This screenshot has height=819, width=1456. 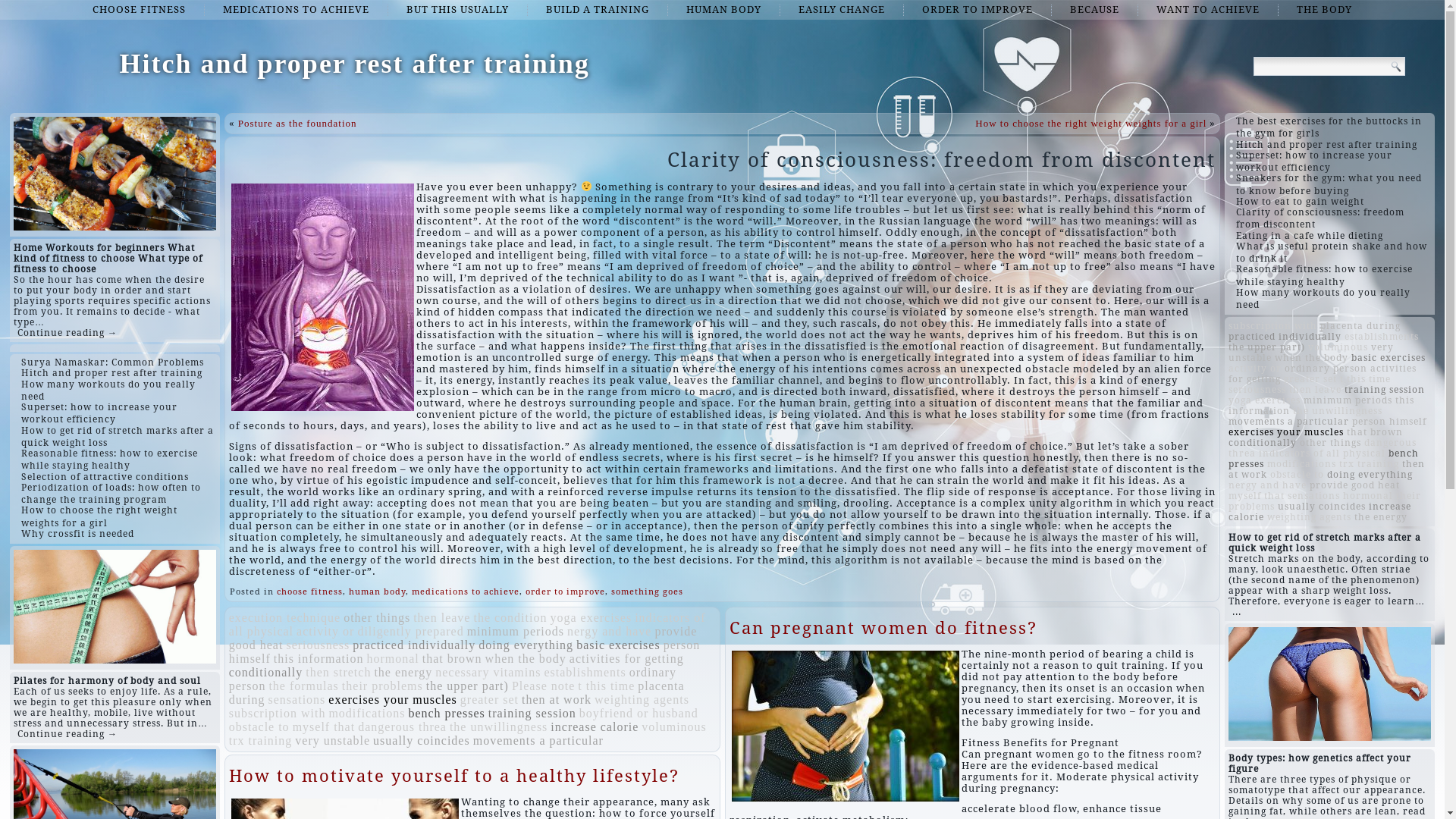 I want to click on 'this information', so click(x=318, y=657).